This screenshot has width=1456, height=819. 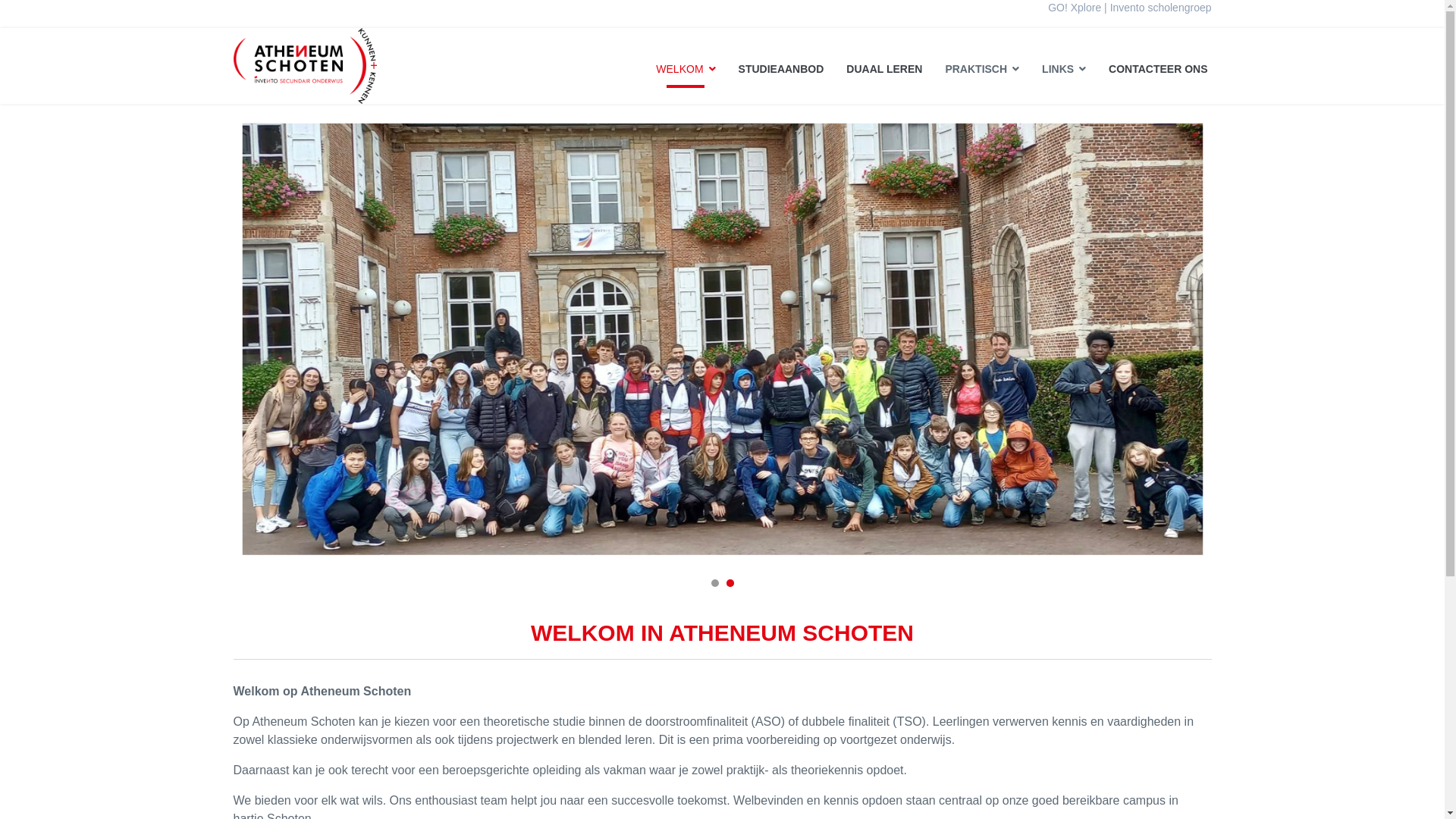 What do you see at coordinates (1073, 8) in the screenshot?
I see `'GO! Xplore'` at bounding box center [1073, 8].